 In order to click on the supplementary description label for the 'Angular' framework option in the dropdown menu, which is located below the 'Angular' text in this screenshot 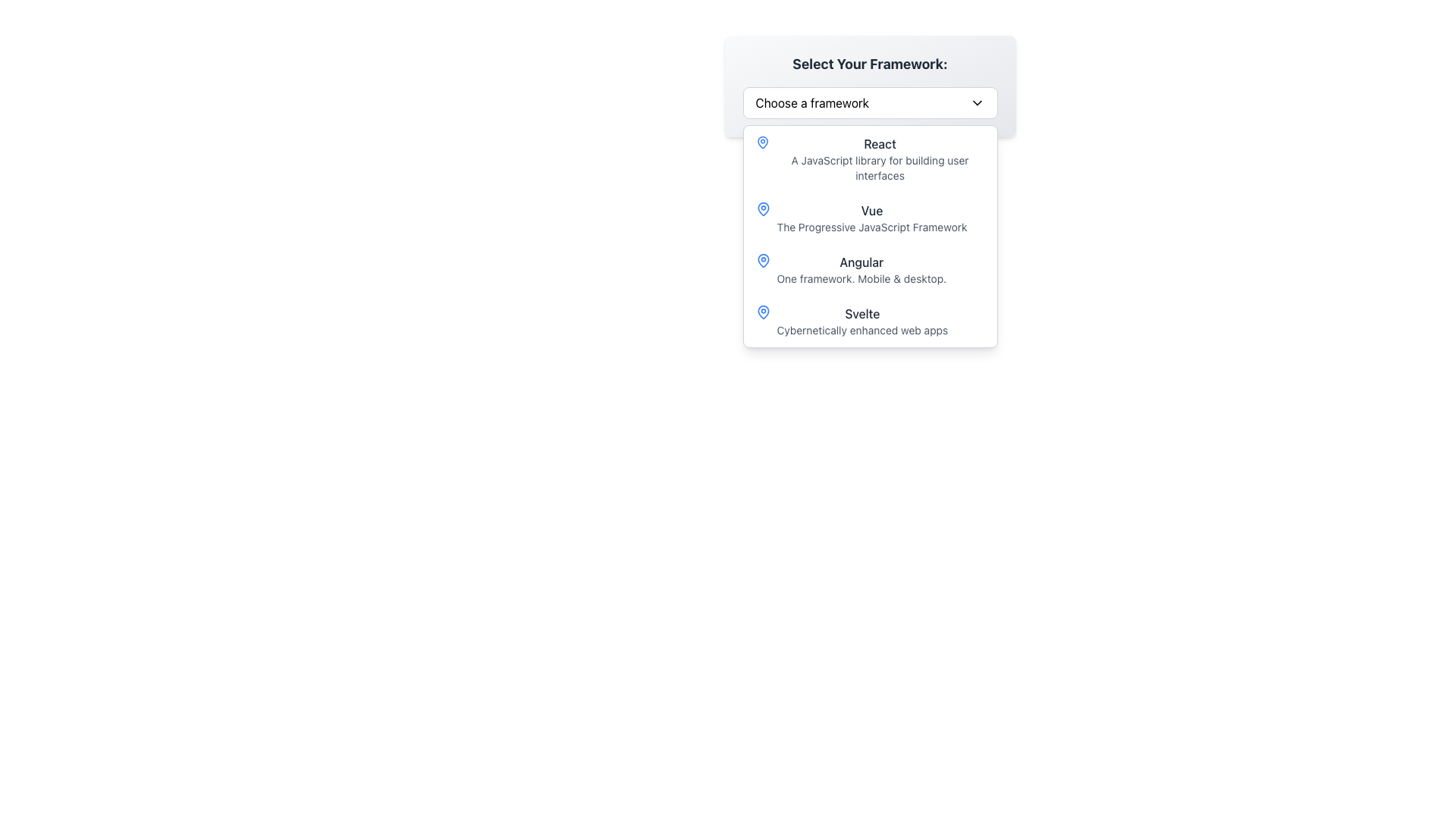, I will do `click(861, 278)`.